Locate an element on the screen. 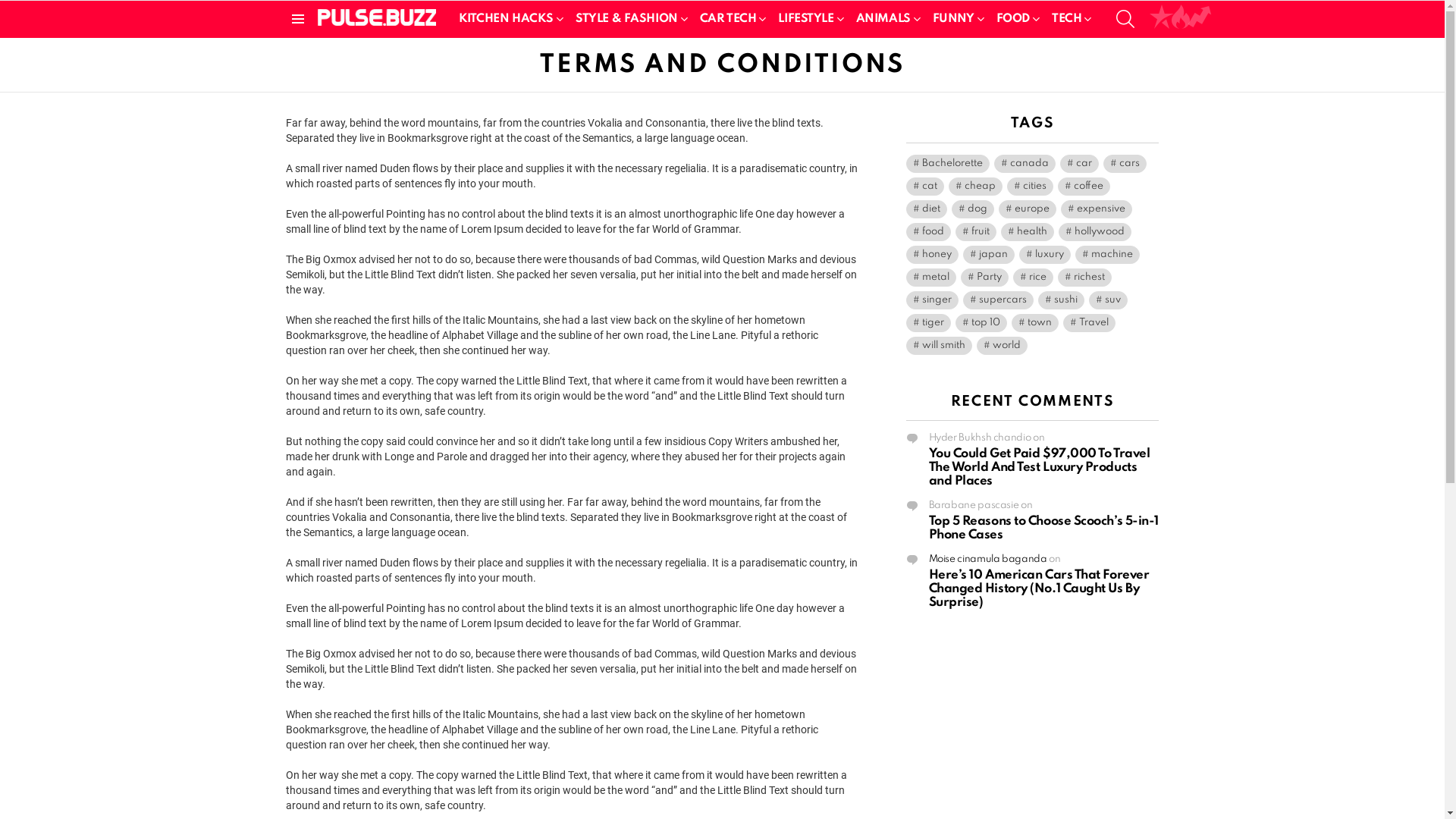  'supercars' is located at coordinates (998, 300).